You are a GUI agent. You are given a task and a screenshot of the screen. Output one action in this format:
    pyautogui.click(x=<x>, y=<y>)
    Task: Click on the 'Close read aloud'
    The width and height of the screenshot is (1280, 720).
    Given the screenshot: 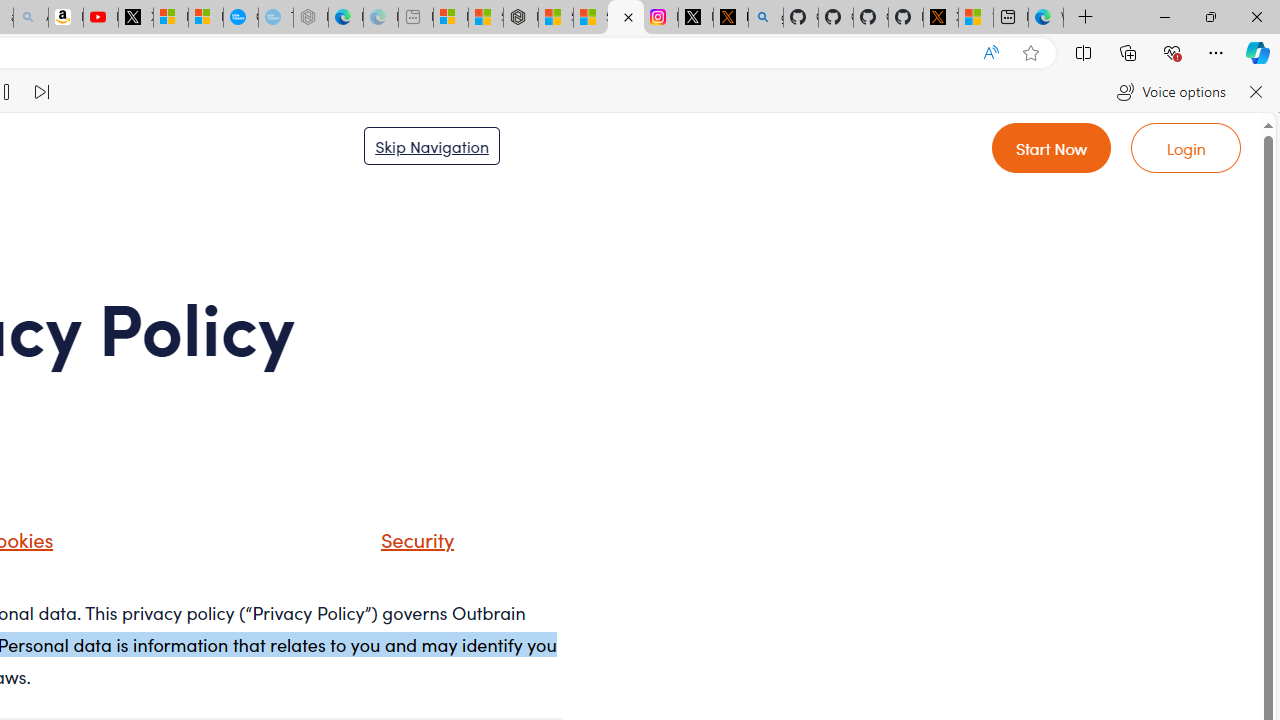 What is the action you would take?
    pyautogui.click(x=1254, y=92)
    